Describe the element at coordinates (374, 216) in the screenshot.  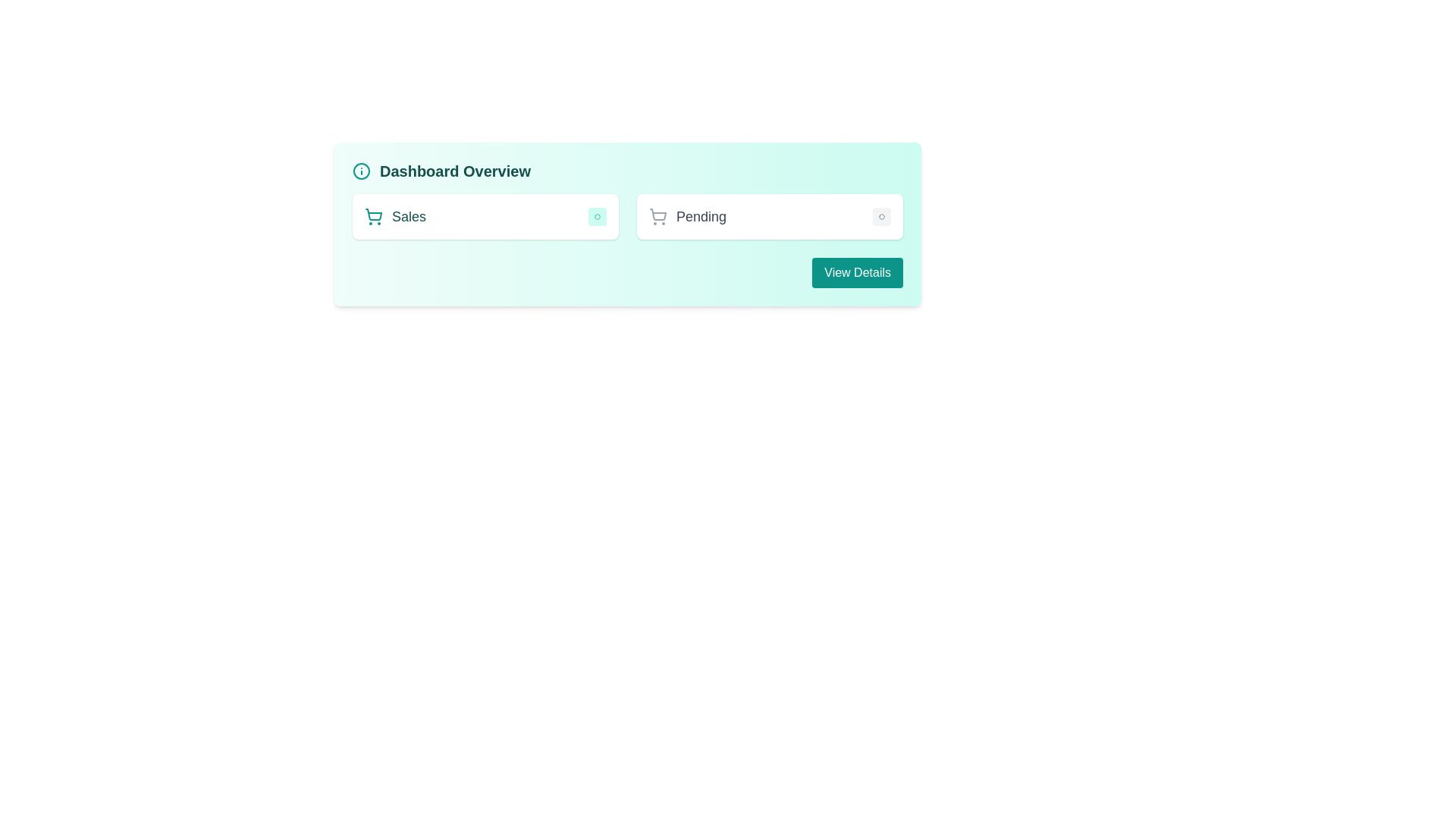
I see `the shopping cart icon, which is a teal-green color and is located to the left of the 'Sales' label text in the sales section of the interface` at that location.